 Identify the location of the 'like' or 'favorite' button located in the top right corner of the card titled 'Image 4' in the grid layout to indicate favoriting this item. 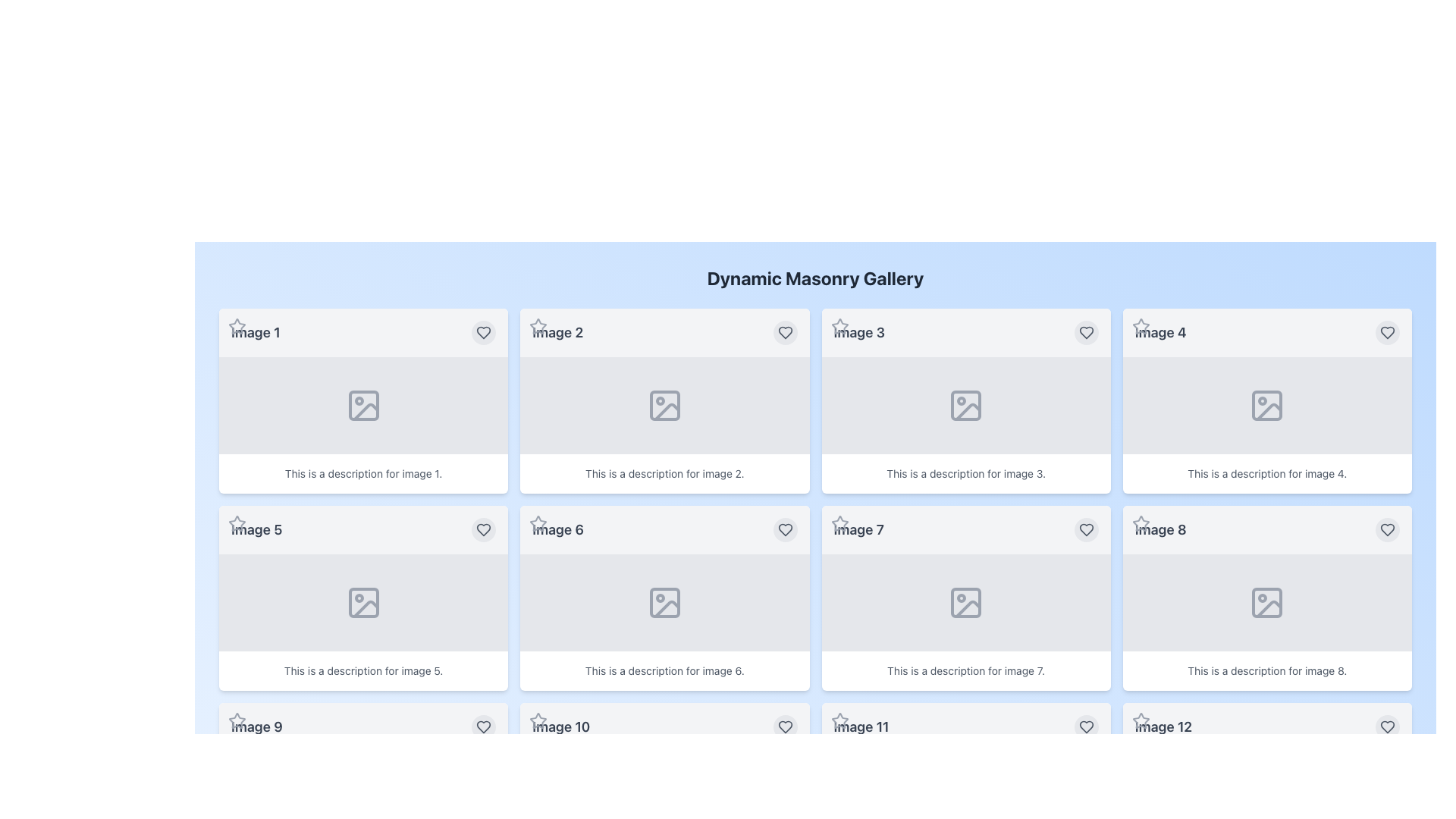
(1387, 332).